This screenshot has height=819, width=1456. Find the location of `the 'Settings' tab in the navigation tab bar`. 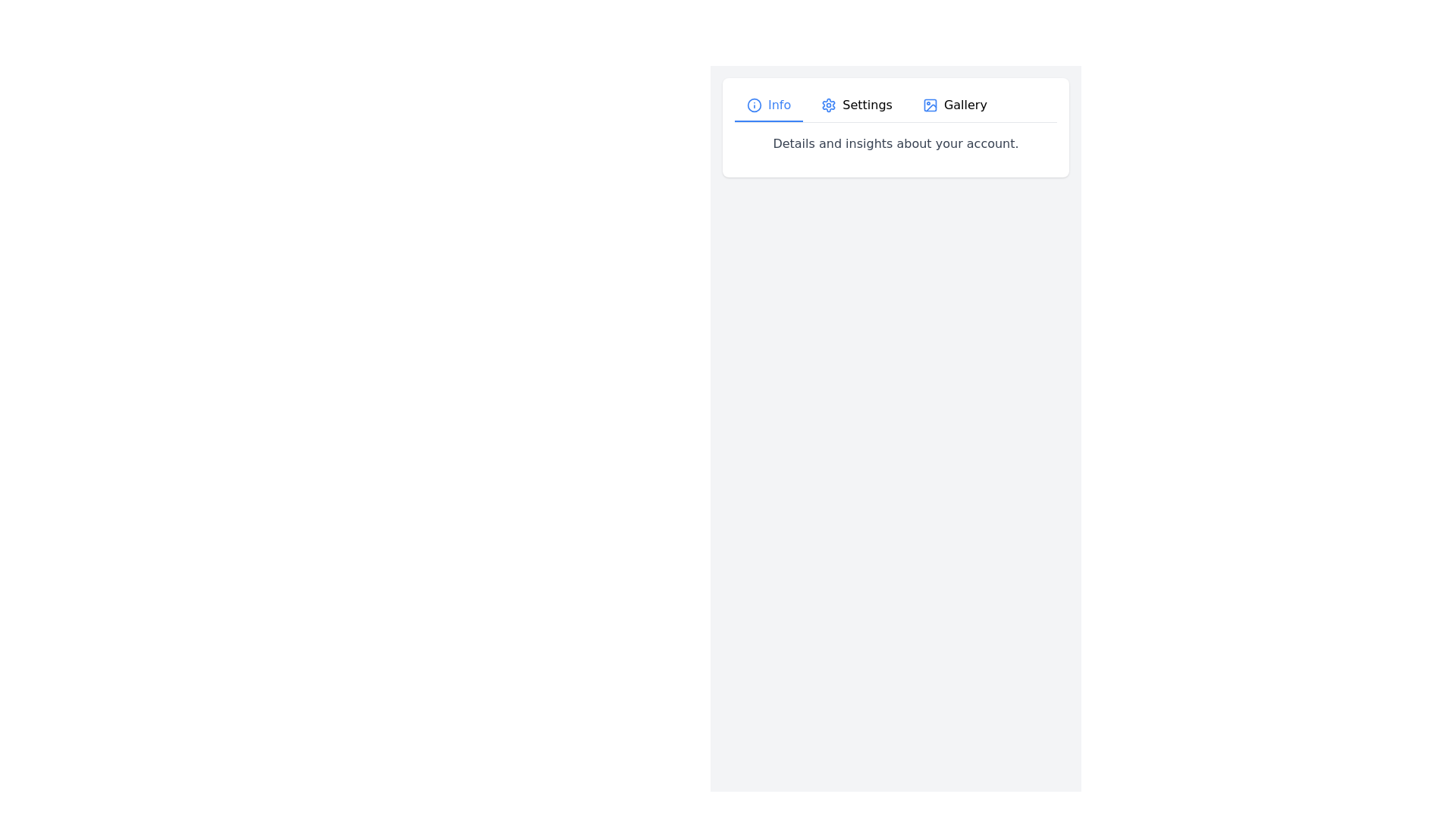

the 'Settings' tab in the navigation tab bar is located at coordinates (896, 105).